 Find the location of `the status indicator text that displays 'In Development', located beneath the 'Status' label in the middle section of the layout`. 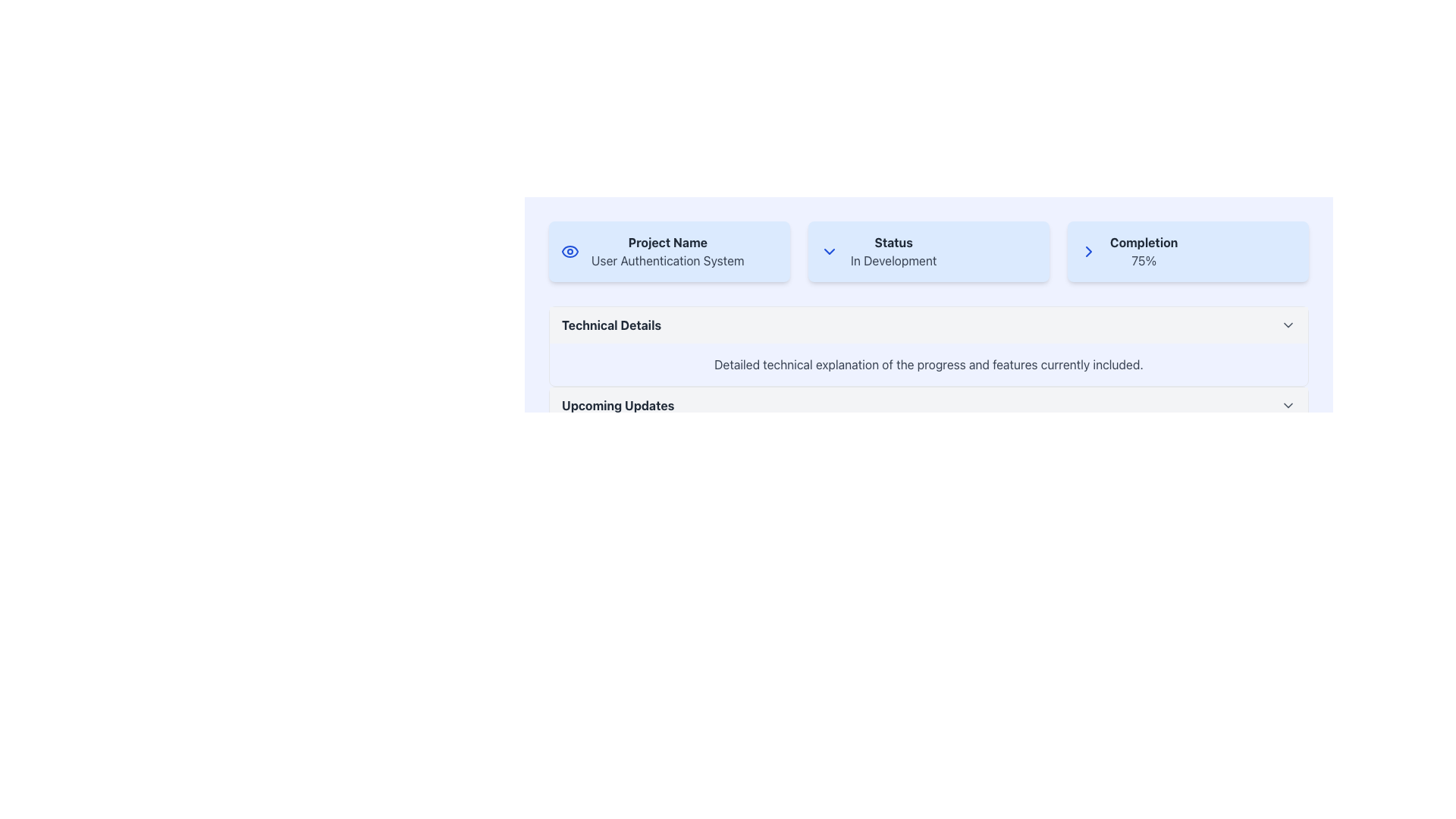

the status indicator text that displays 'In Development', located beneath the 'Status' label in the middle section of the layout is located at coordinates (893, 259).